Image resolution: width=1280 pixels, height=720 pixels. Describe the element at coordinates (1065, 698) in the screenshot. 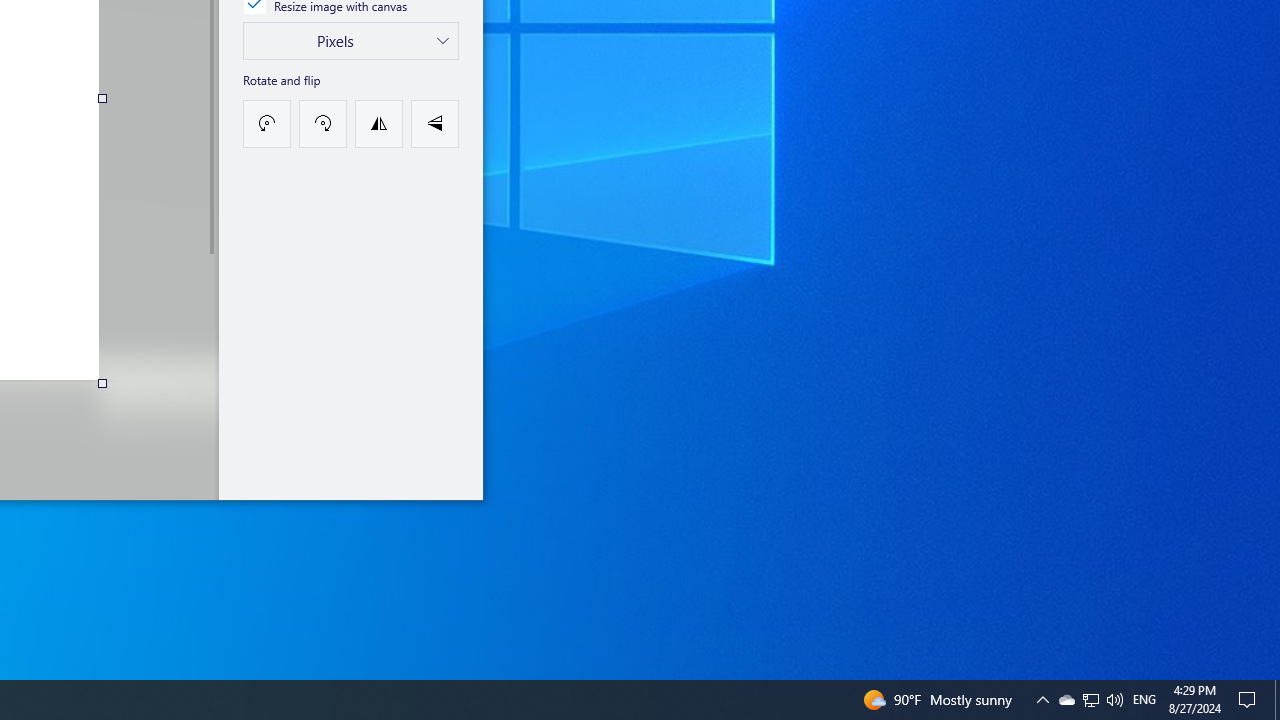

I see `'Q2790: 100%'` at that location.